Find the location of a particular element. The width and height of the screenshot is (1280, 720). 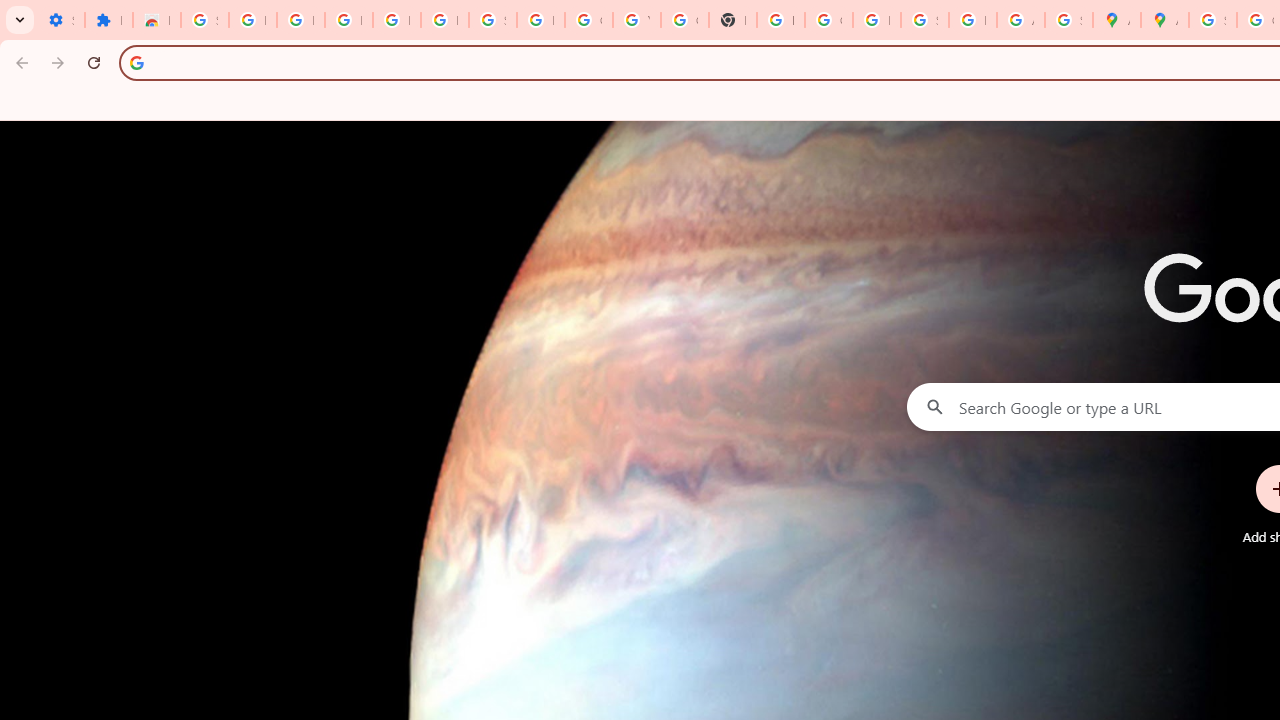

'New Tab' is located at coordinates (731, 20).